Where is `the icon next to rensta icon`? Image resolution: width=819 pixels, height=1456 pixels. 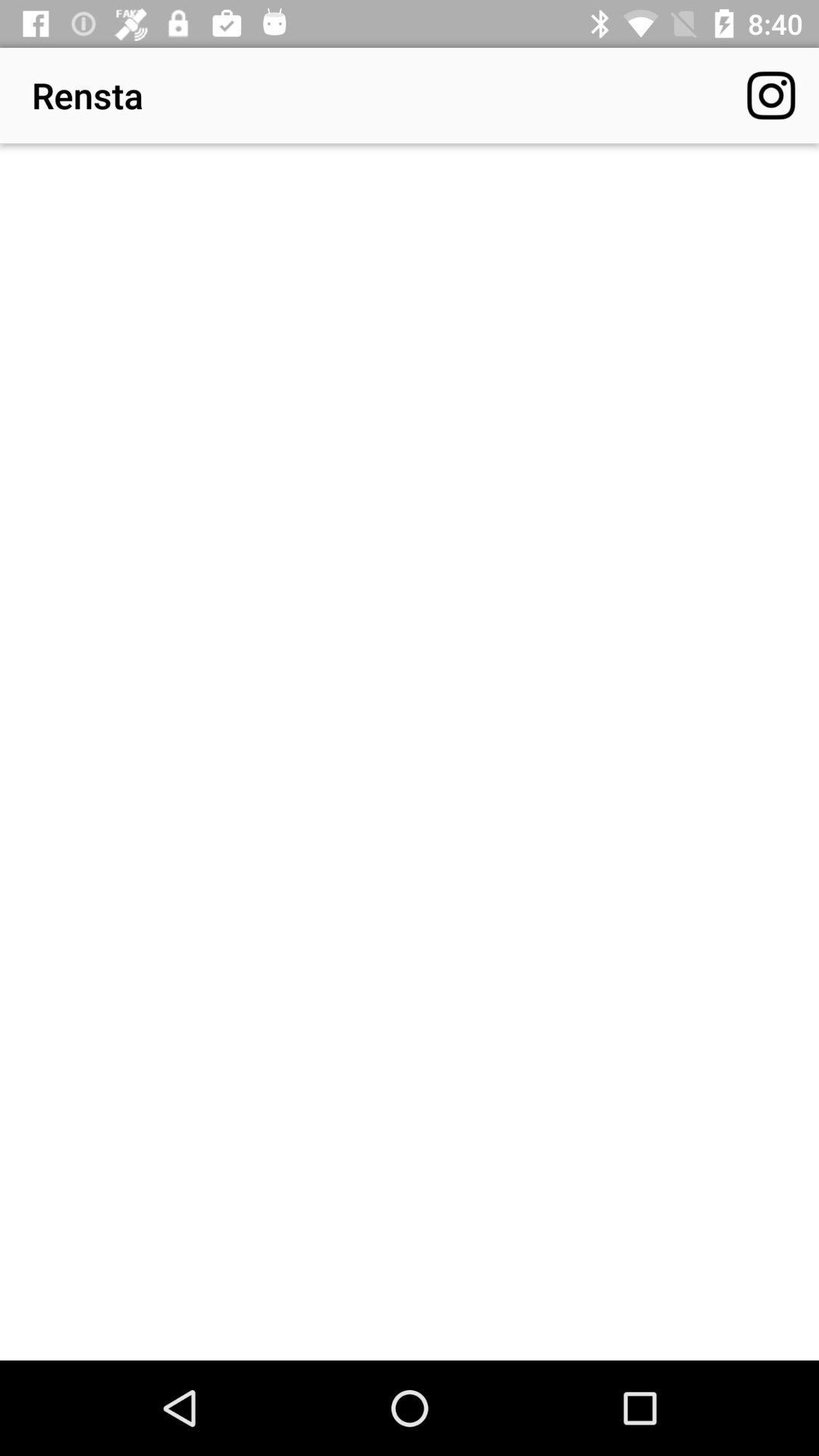 the icon next to rensta icon is located at coordinates (771, 94).